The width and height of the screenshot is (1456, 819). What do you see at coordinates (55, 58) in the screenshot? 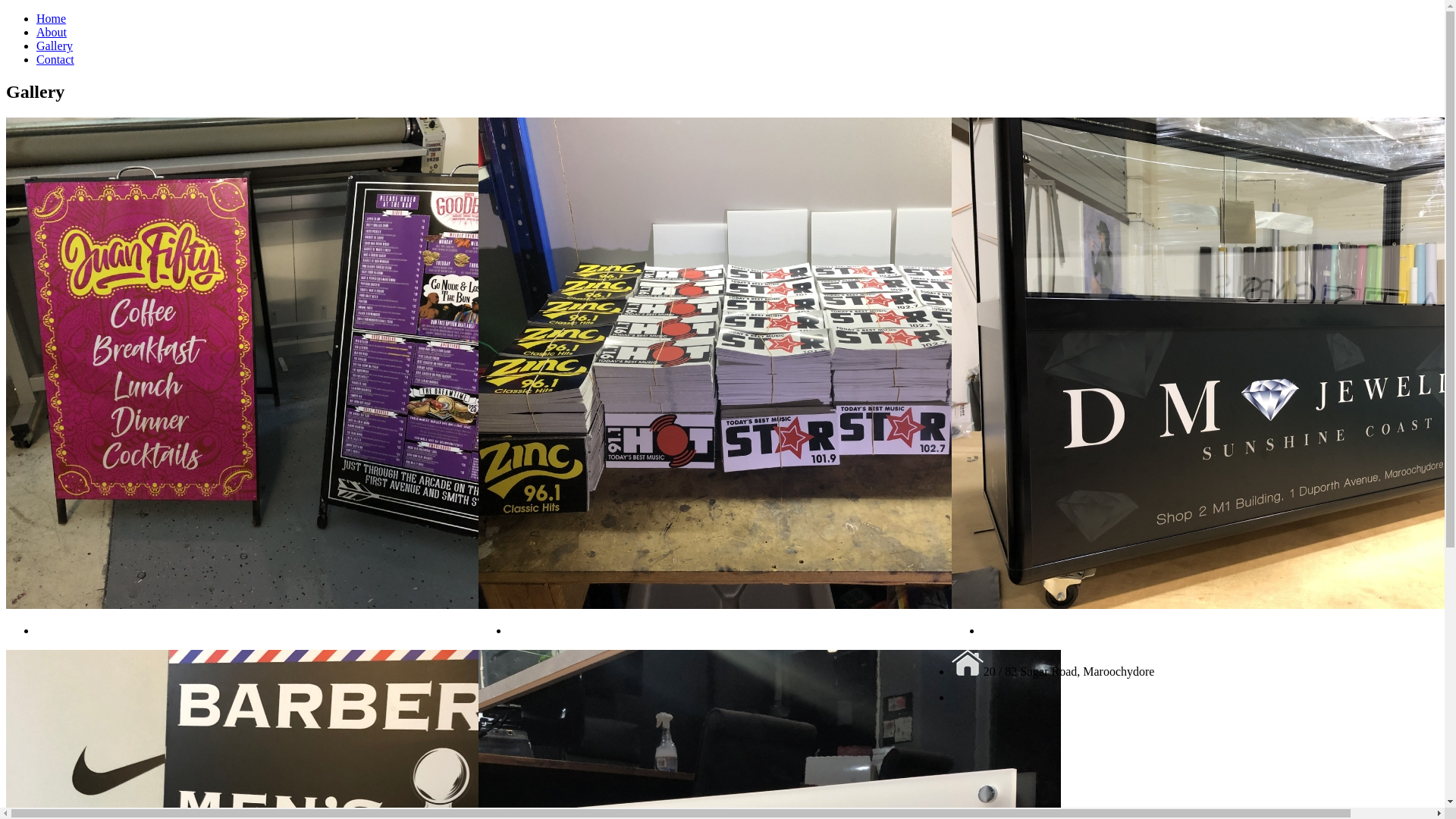
I see `'Contact'` at bounding box center [55, 58].